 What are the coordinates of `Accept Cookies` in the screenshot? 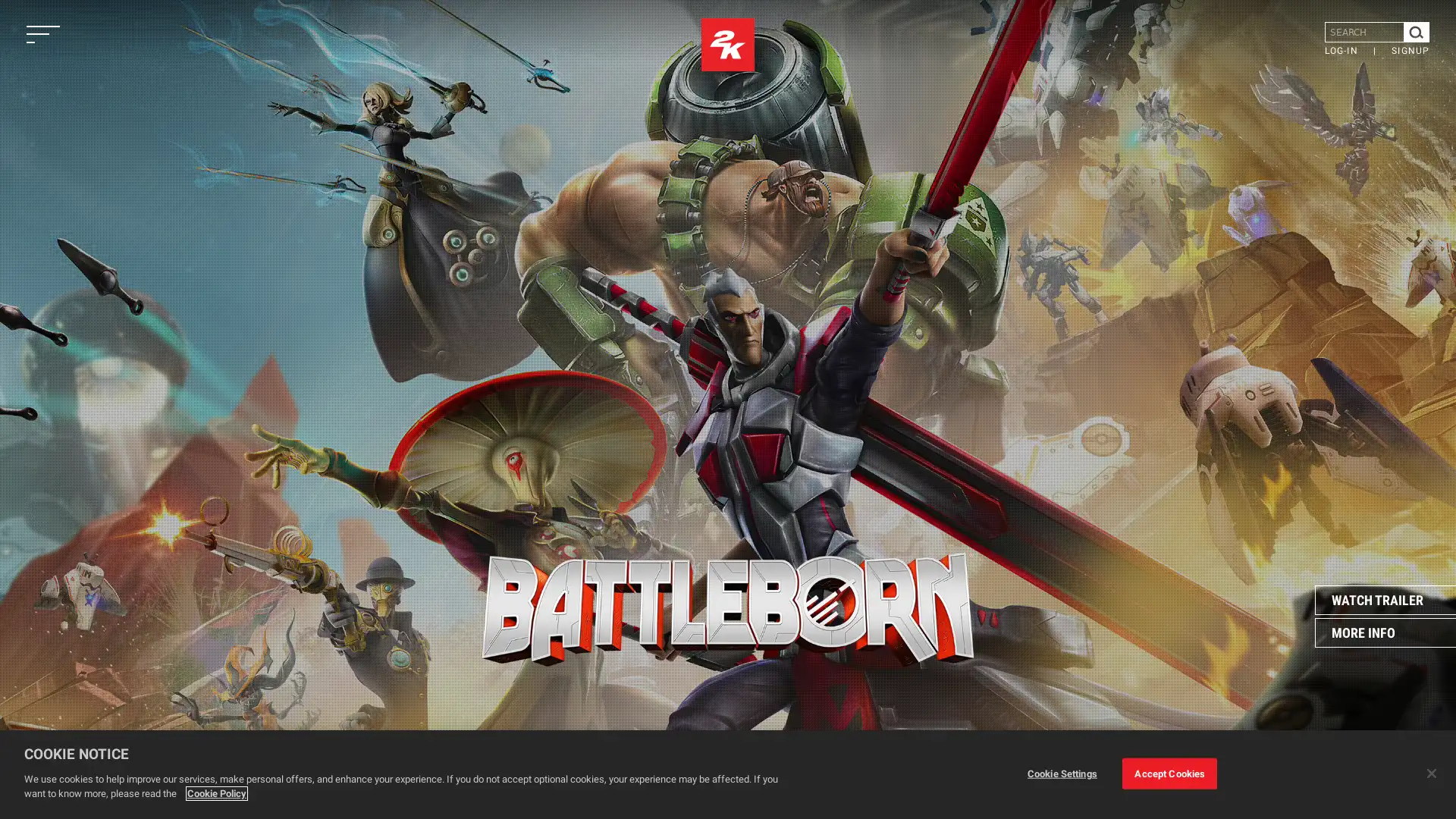 It's located at (1169, 773).